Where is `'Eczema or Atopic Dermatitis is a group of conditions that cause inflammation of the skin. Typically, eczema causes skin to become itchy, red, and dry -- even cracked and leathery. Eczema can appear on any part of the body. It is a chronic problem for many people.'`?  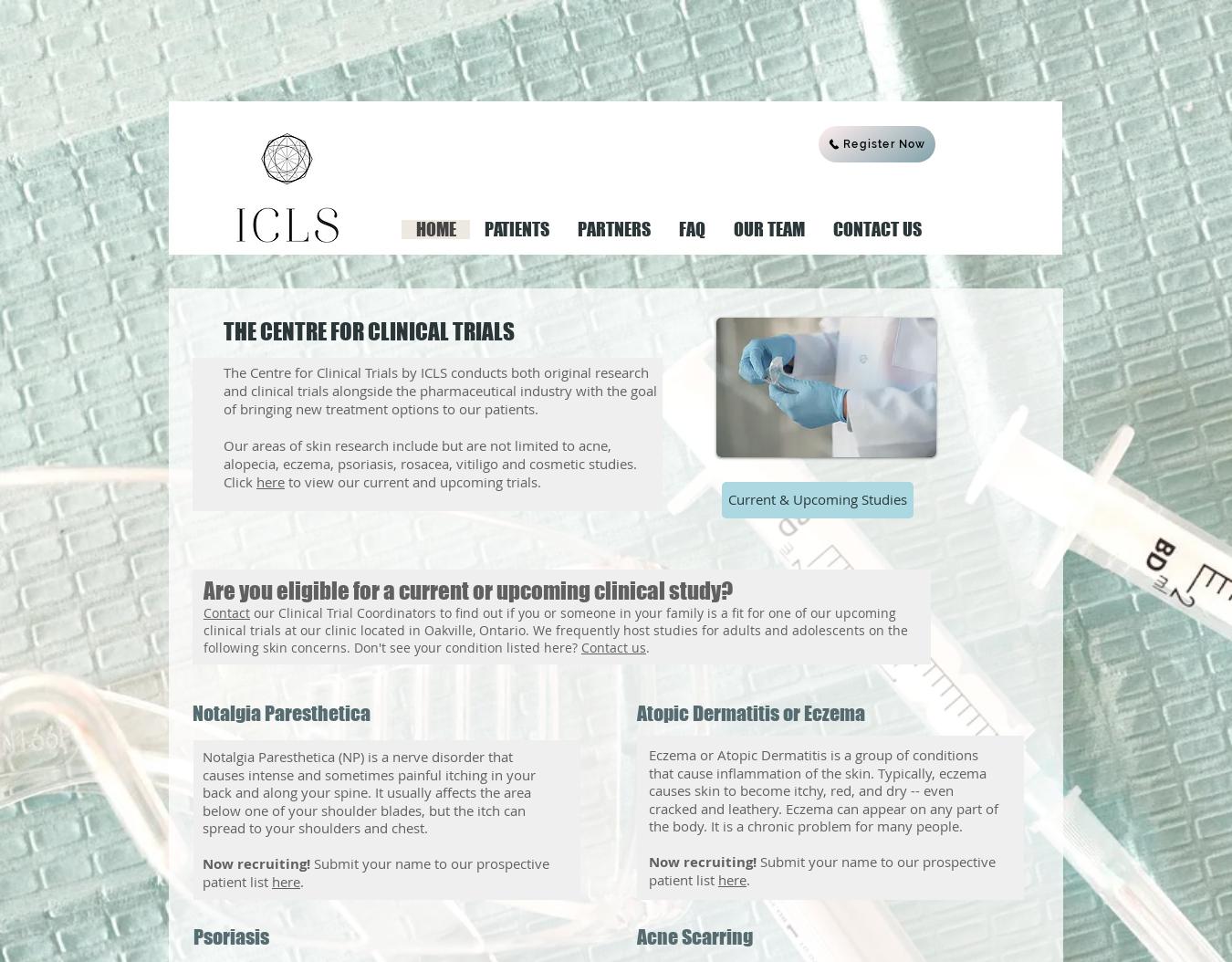 'Eczema or Atopic Dermatitis is a group of conditions that cause inflammation of the skin. Typically, eczema causes skin to become itchy, red, and dry -- even cracked and leathery. Eczema can appear on any part of the body. It is a chronic problem for many people.' is located at coordinates (822, 789).